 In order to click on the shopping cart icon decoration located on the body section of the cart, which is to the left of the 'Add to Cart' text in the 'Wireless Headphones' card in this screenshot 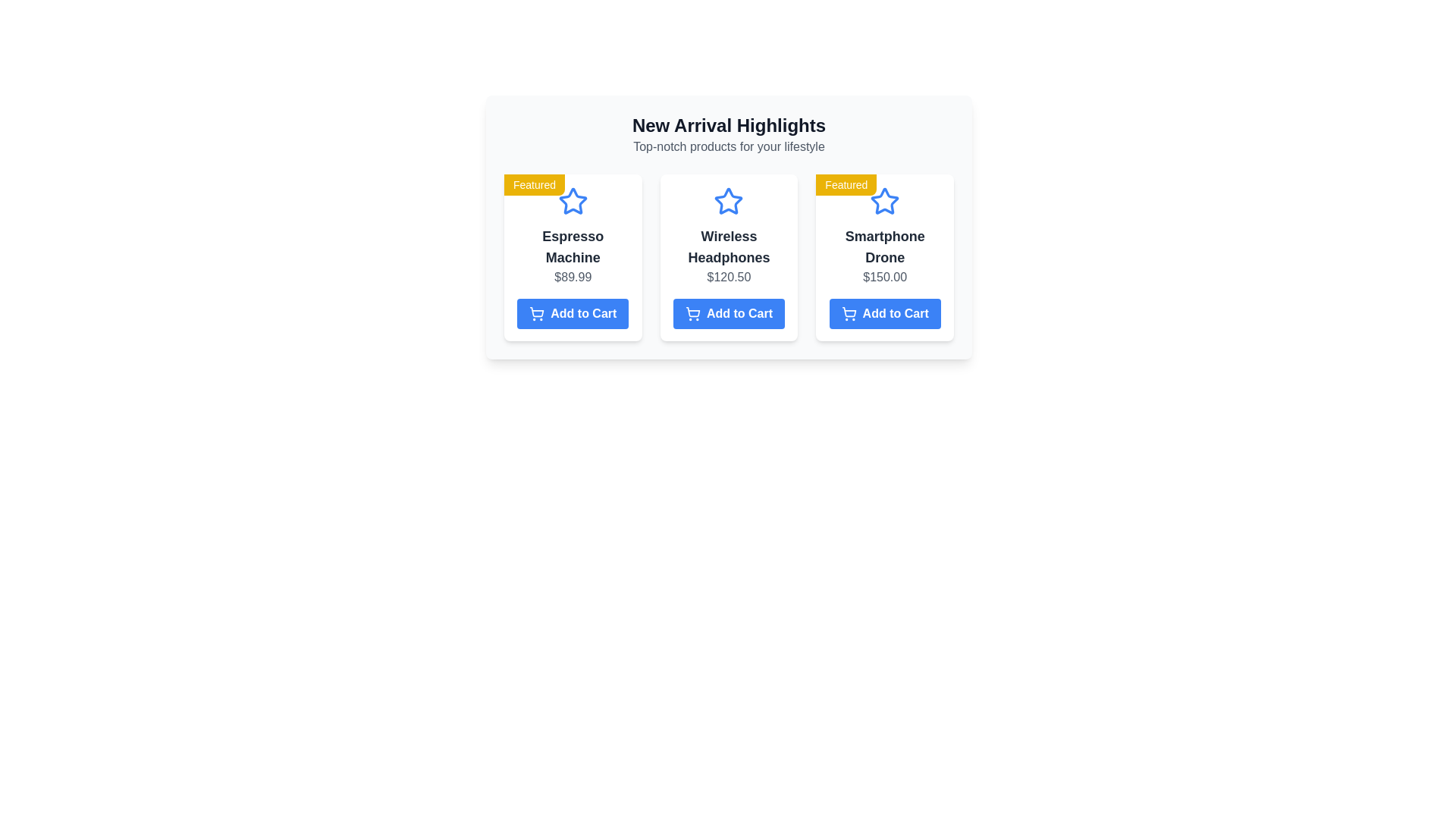, I will do `click(692, 311)`.